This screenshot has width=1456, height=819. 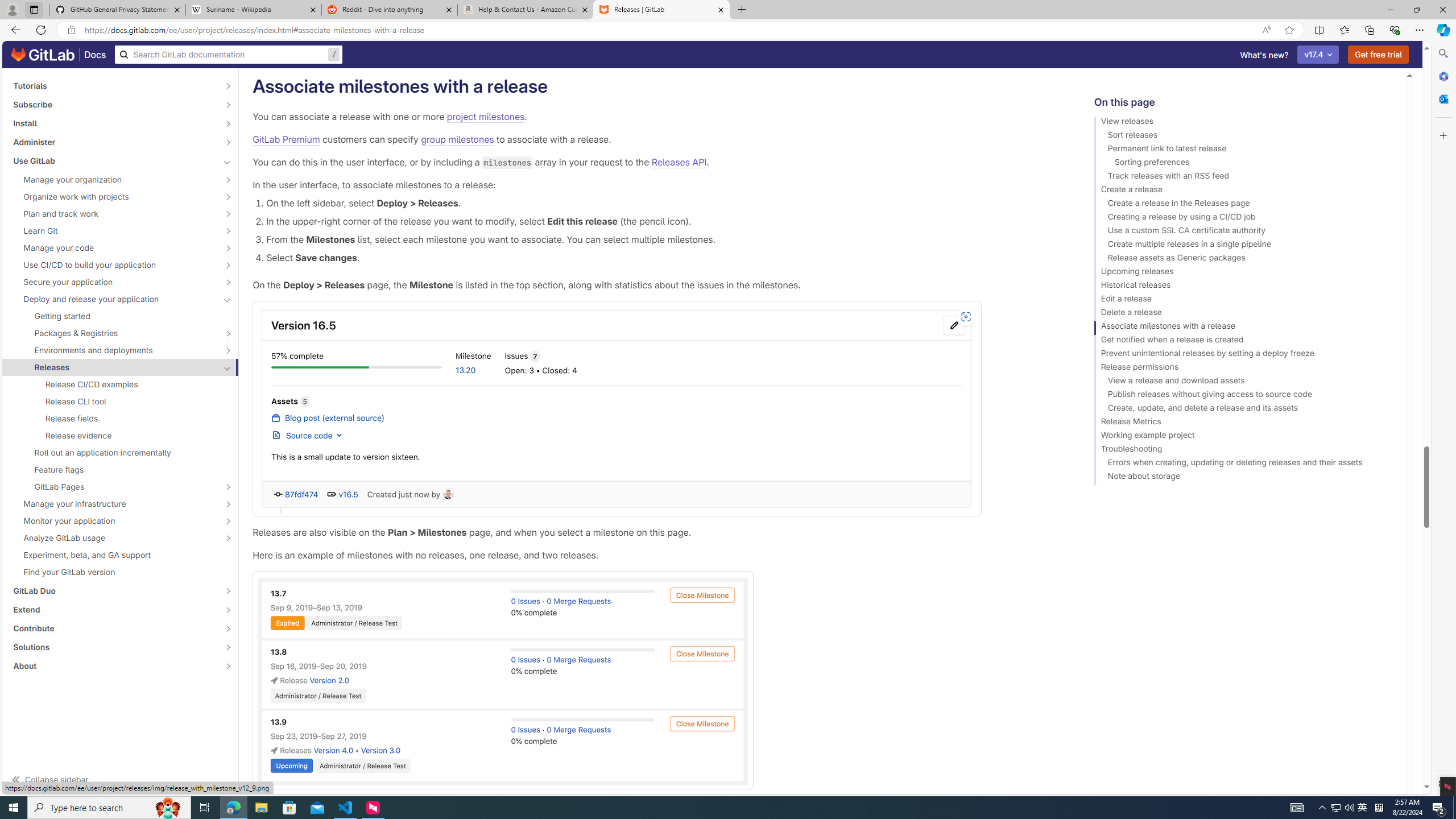 I want to click on 'Publish releases without giving access to source code', so click(x=1244, y=396).